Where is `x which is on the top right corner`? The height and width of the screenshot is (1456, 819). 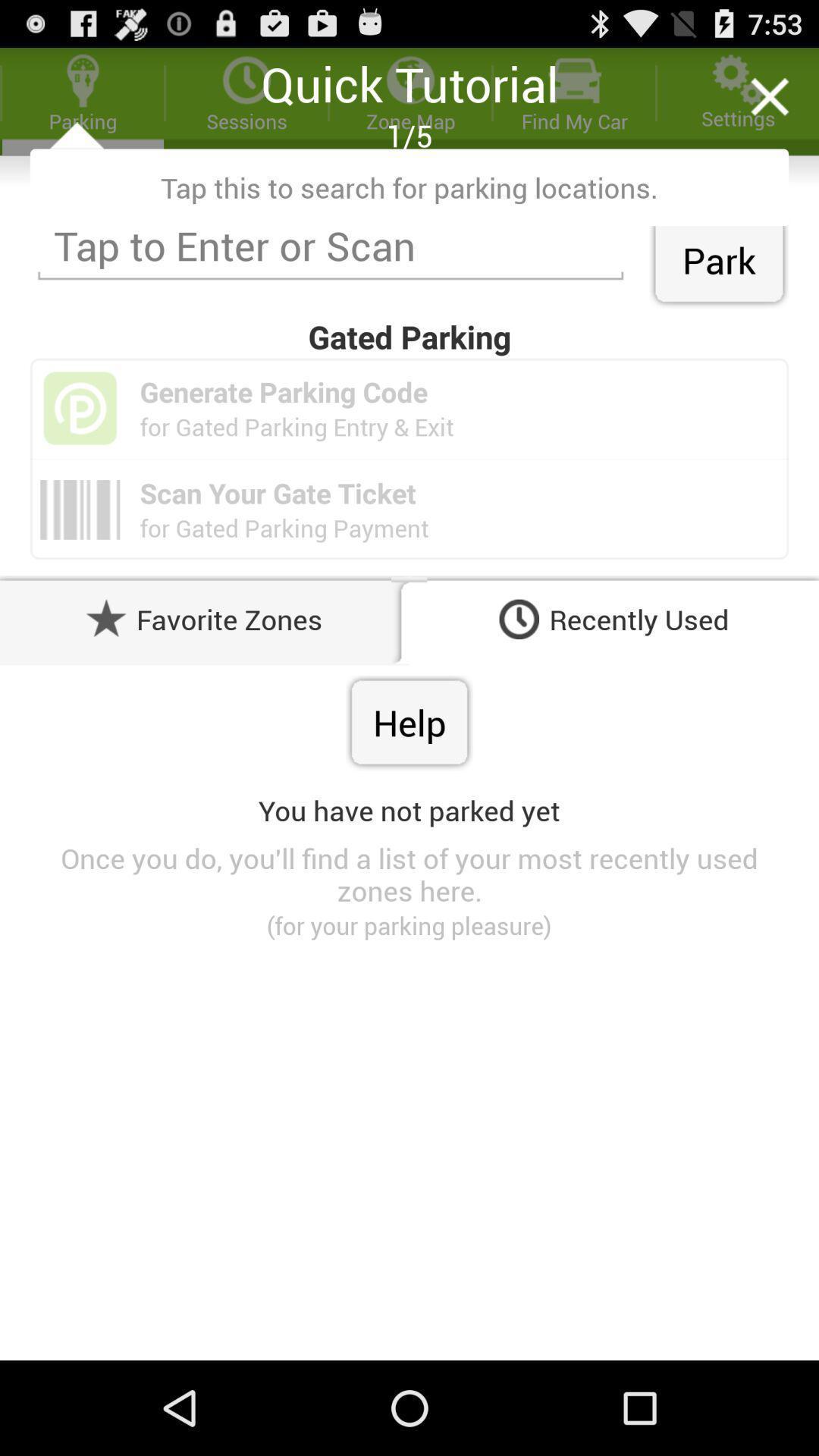
x which is on the top right corner is located at coordinates (769, 96).